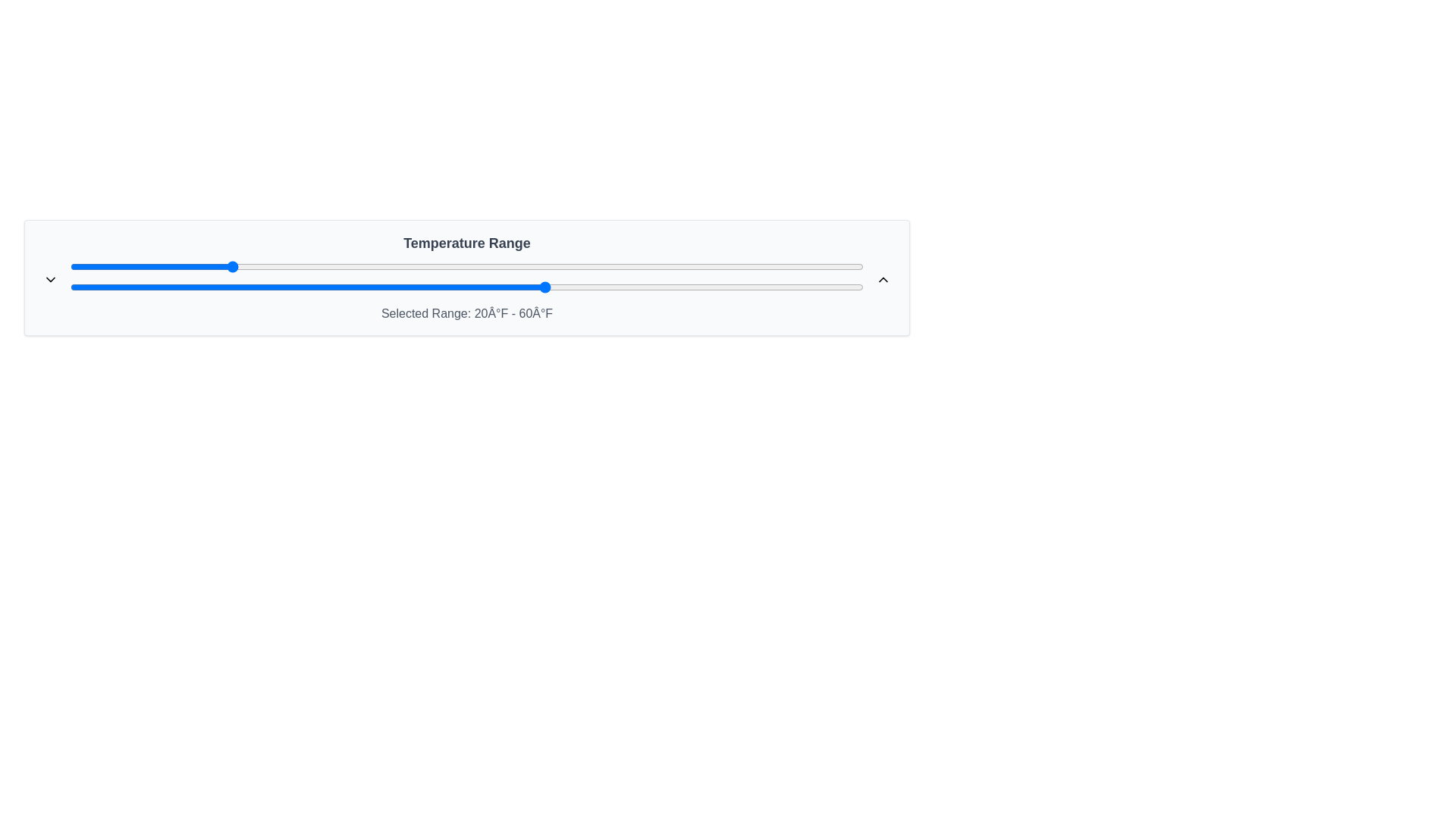  What do you see at coordinates (752, 287) in the screenshot?
I see `the slider` at bounding box center [752, 287].